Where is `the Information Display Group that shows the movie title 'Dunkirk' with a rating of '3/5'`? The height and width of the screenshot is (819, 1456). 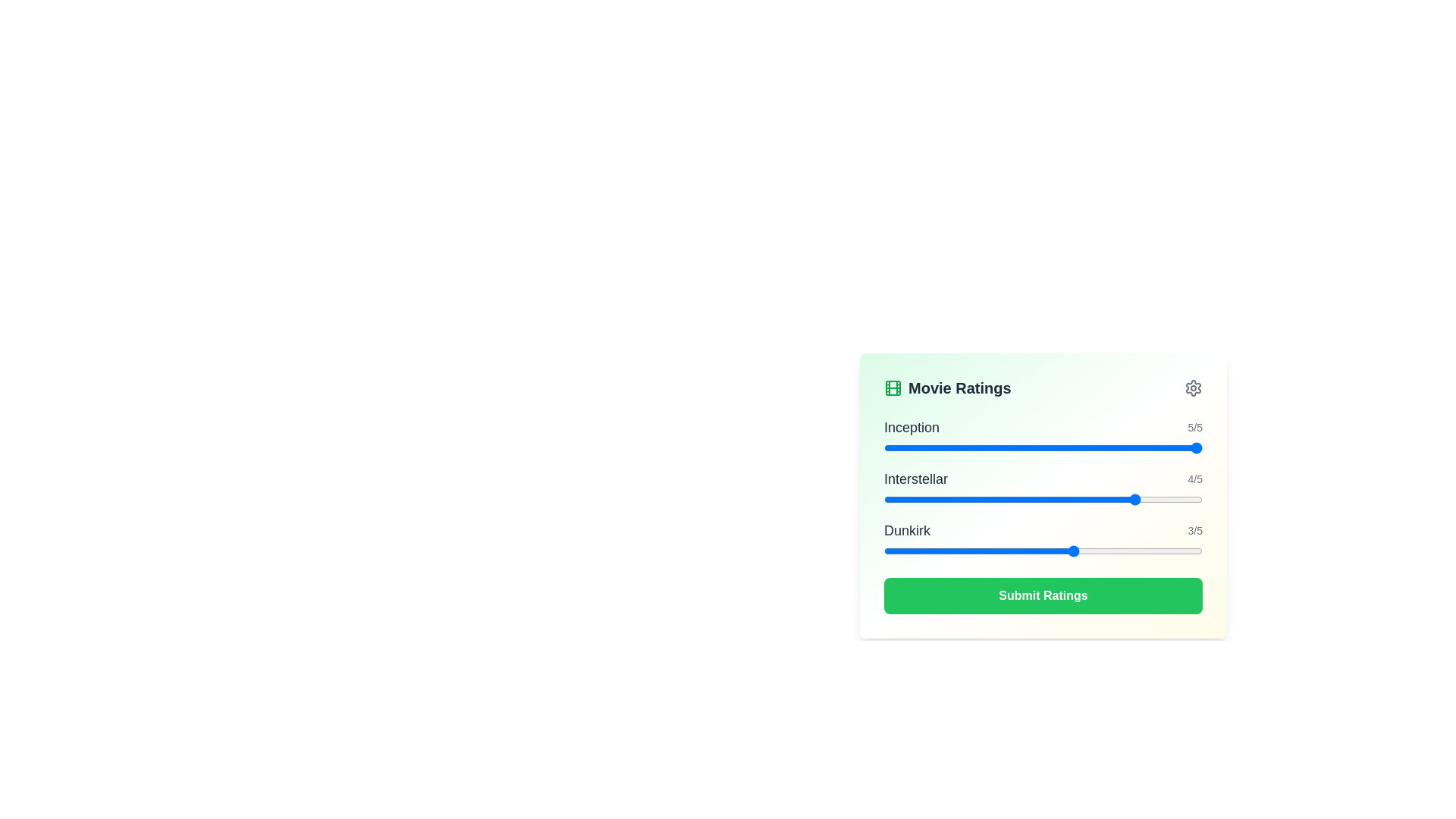 the Information Display Group that shows the movie title 'Dunkirk' with a rating of '3/5' is located at coordinates (1043, 529).